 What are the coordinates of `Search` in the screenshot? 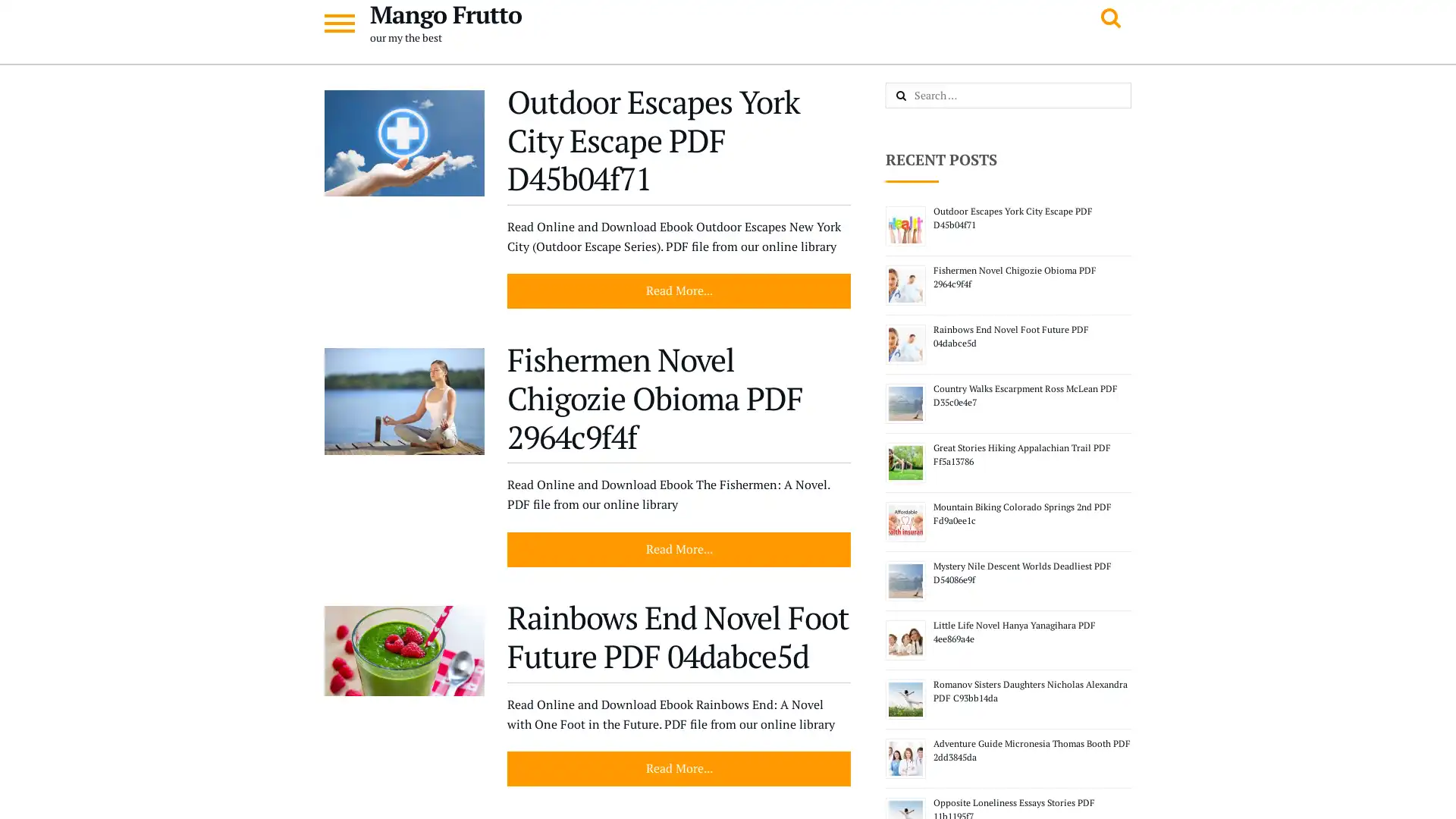 It's located at (917, 96).